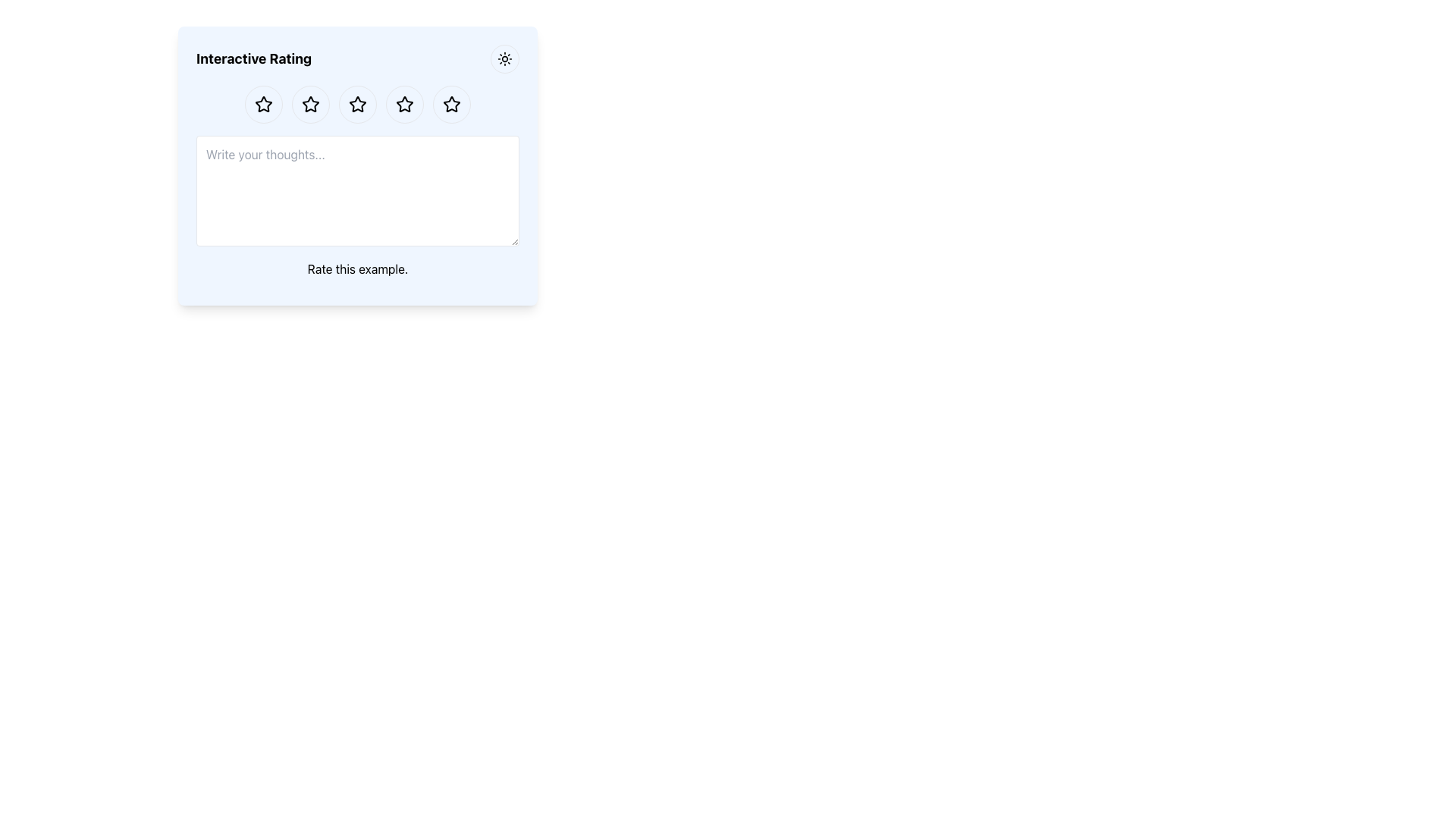 This screenshot has width=1456, height=819. What do you see at coordinates (309, 104) in the screenshot?
I see `the second star button in the Interactive Rating section` at bounding box center [309, 104].